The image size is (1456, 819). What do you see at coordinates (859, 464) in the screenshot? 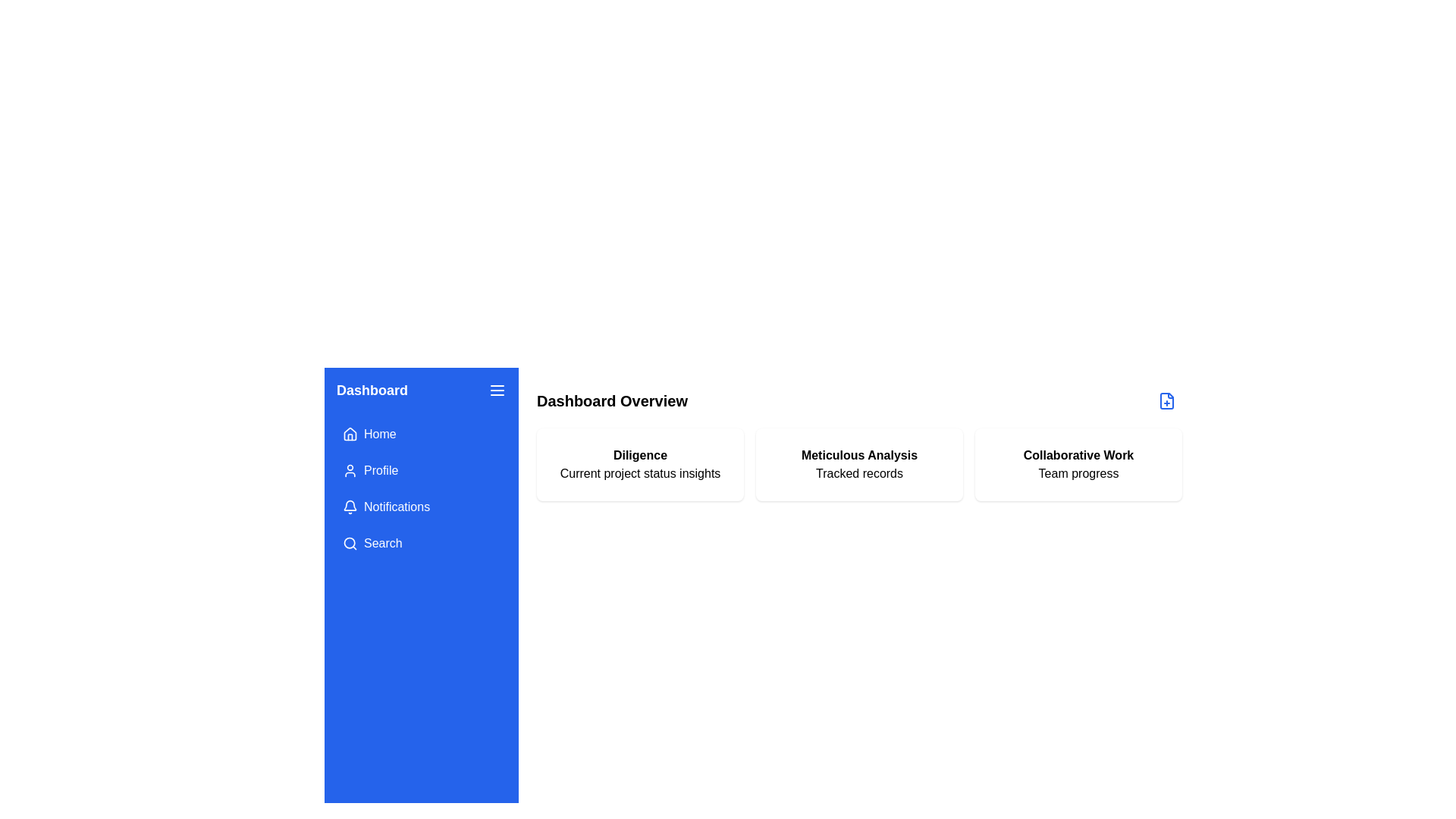
I see `the informational card summarizing 'Meticulous Analysis' with the descriptor 'Tracked records', which is the second section in a row of three, positioned centrally between 'Diligence' and 'Collaborative Work'` at bounding box center [859, 464].